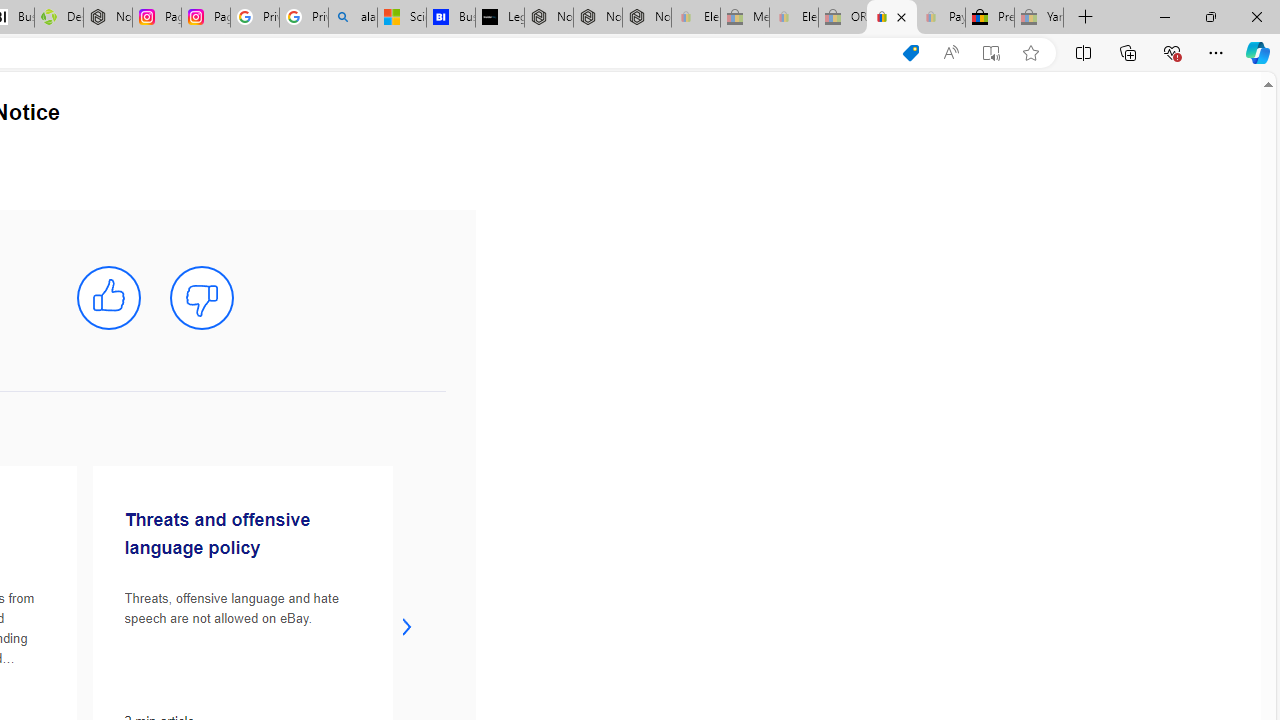  What do you see at coordinates (1039, 17) in the screenshot?
I see `'Yard, Garden & Outdoor Living - Sleeping'` at bounding box center [1039, 17].